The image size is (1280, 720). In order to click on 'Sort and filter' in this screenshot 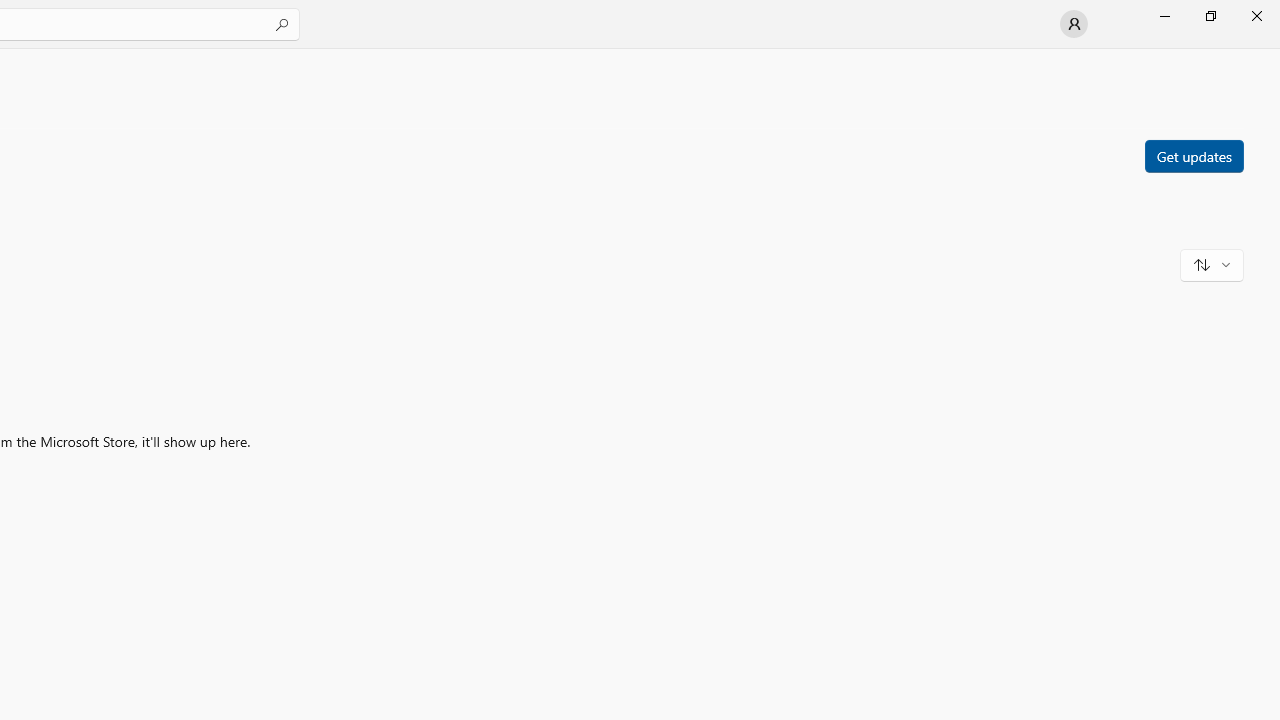, I will do `click(1211, 263)`.